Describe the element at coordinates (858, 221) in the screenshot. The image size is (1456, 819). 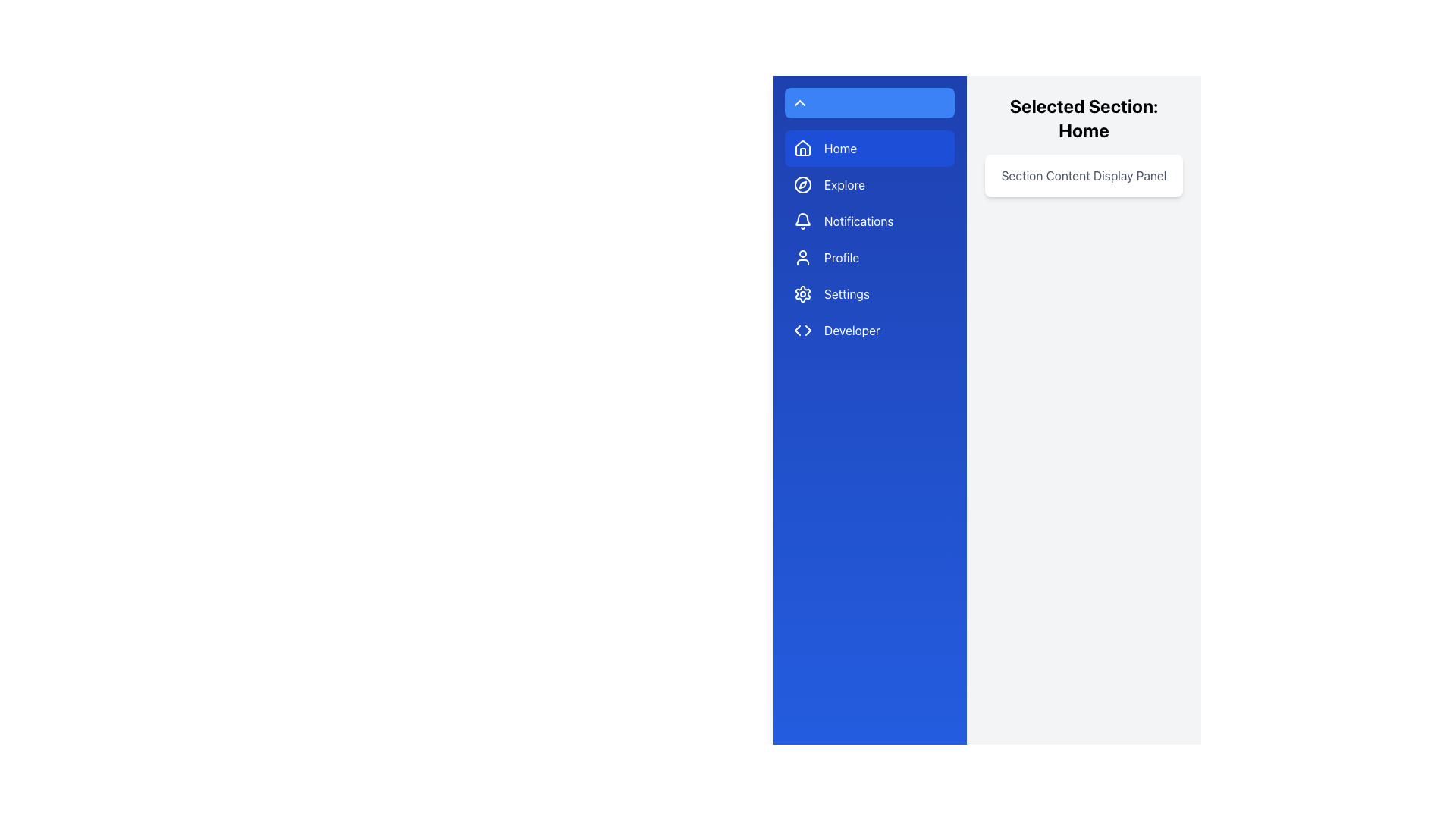
I see `the 'Notifications' menu item, which is styled in white text on a blue background, located in the vertical navigation menu on the left side, between 'Explore' and 'Profile'` at that location.